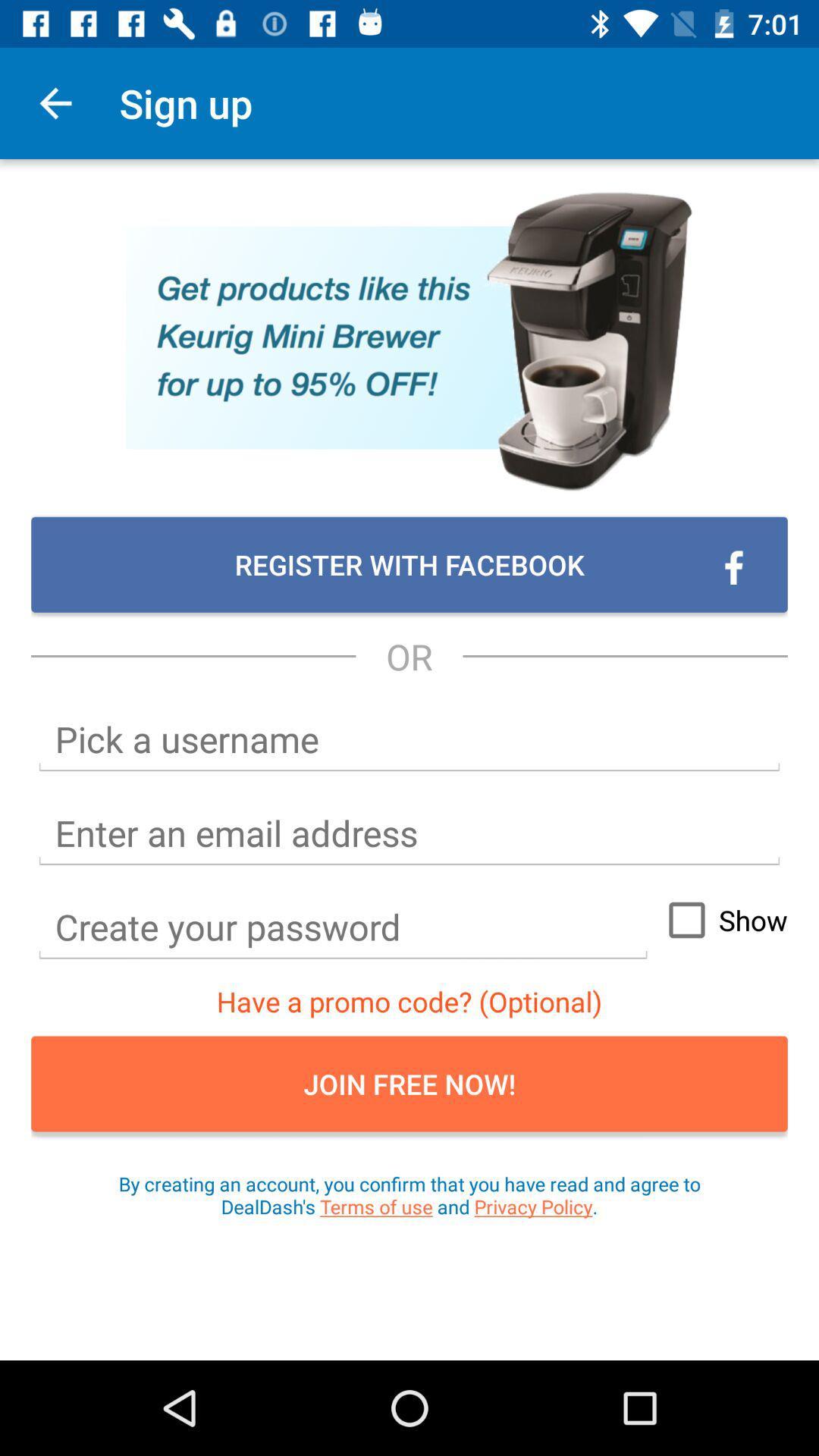 This screenshot has width=819, height=1456. Describe the element at coordinates (409, 739) in the screenshot. I see `item below or icon` at that location.